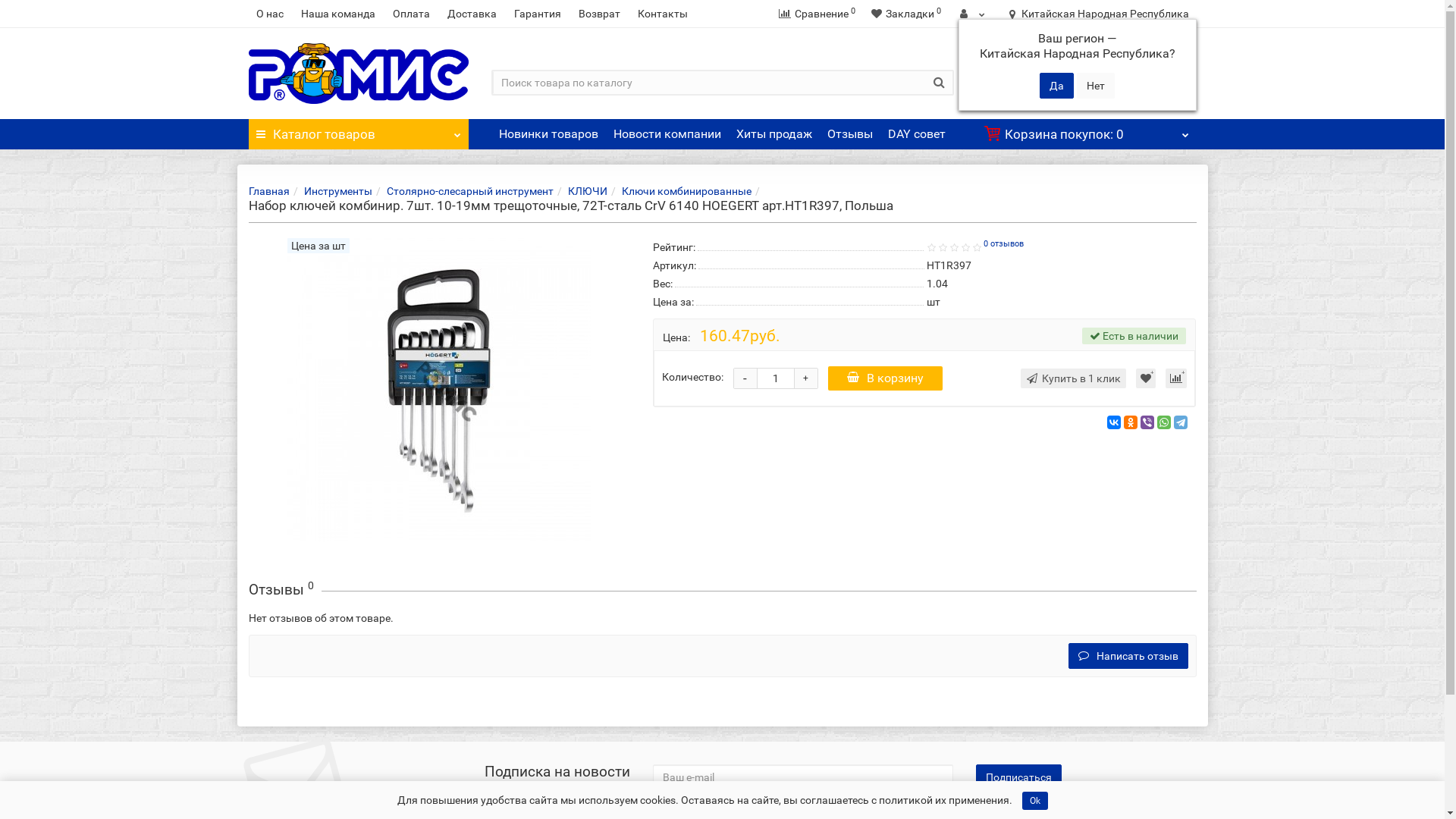 The height and width of the screenshot is (819, 1456). What do you see at coordinates (805, 377) in the screenshot?
I see `'+'` at bounding box center [805, 377].